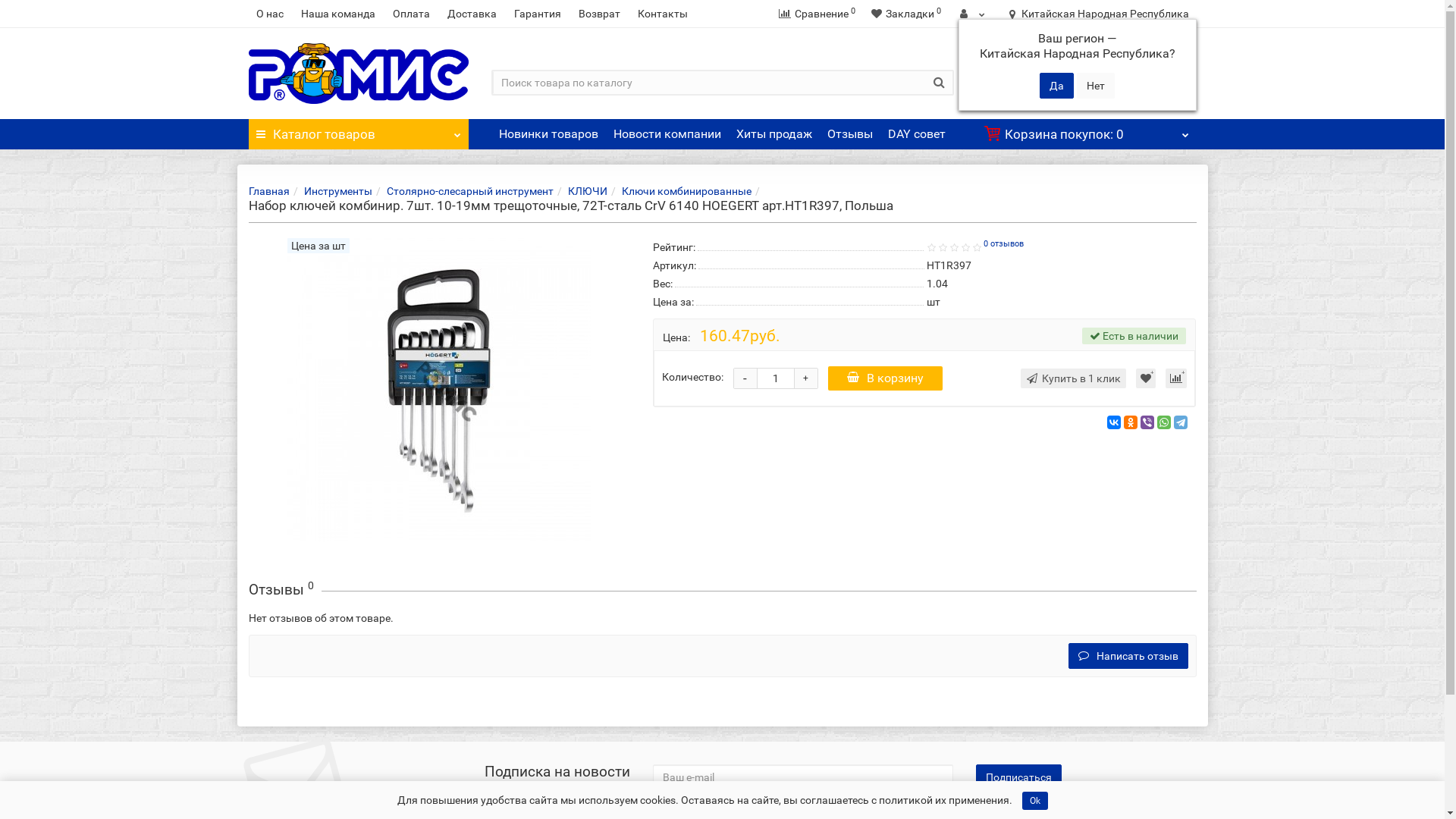 The height and width of the screenshot is (819, 1456). What do you see at coordinates (805, 377) in the screenshot?
I see `'+'` at bounding box center [805, 377].